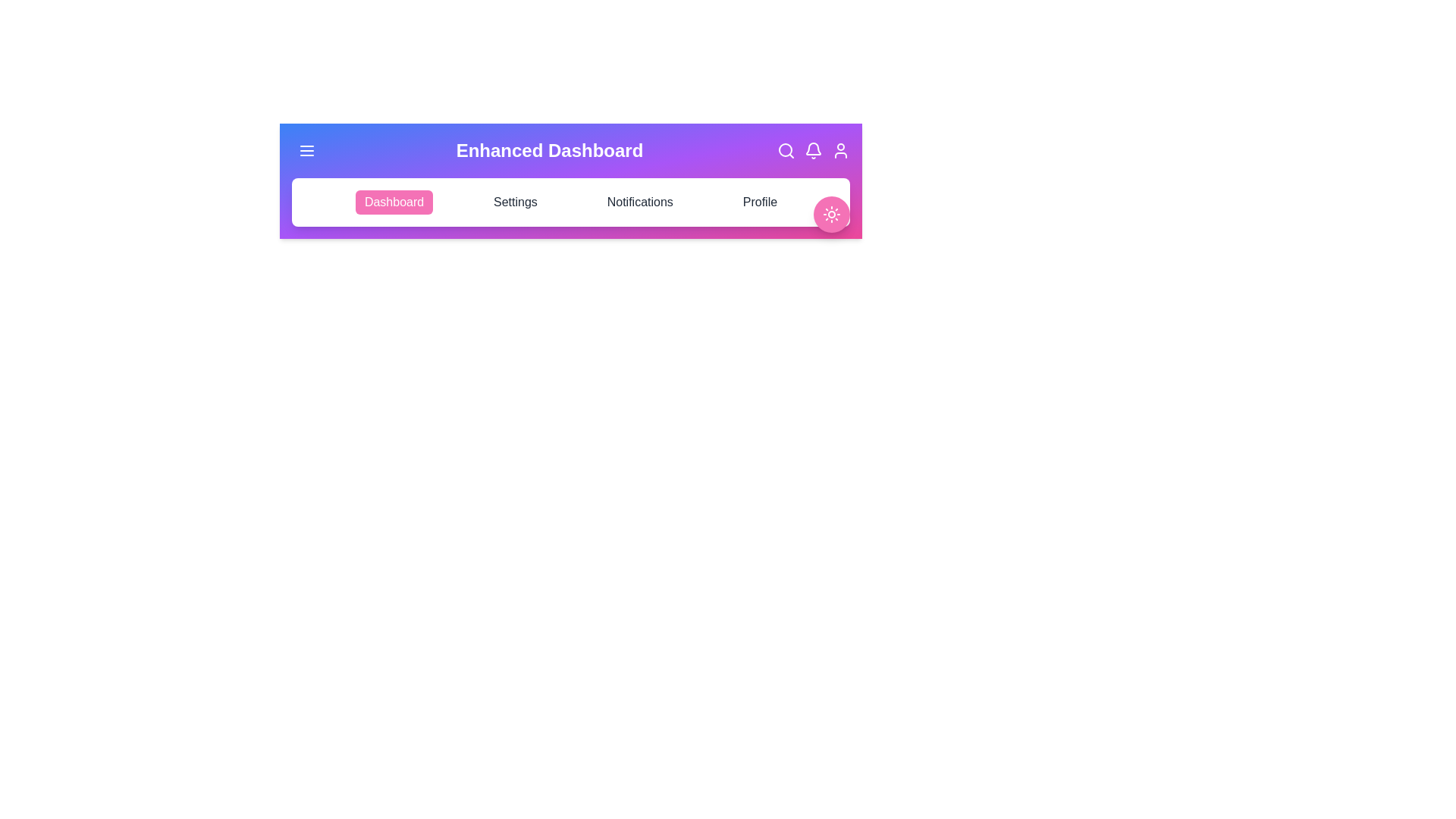  What do you see at coordinates (640, 201) in the screenshot?
I see `the tab named Notifications in the navigation bar` at bounding box center [640, 201].